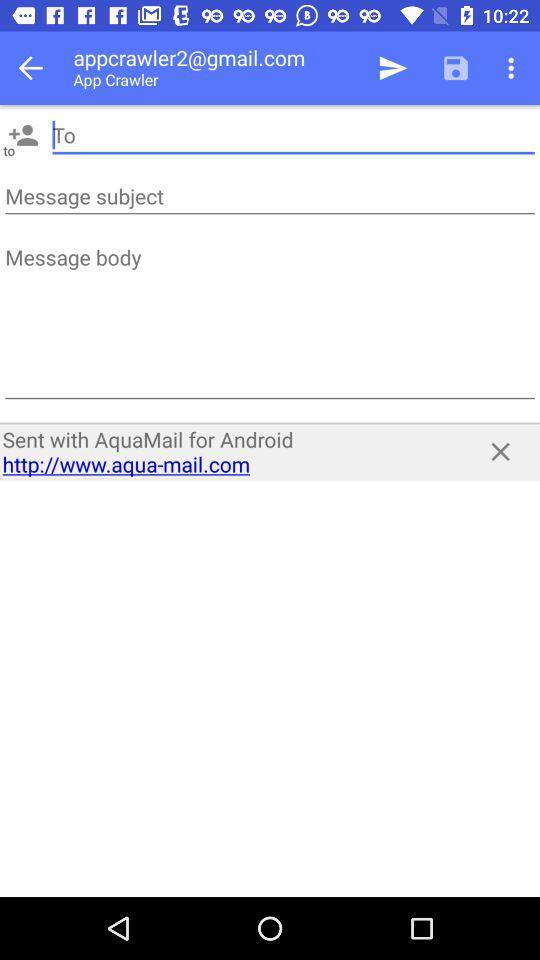 The height and width of the screenshot is (960, 540). Describe the element at coordinates (393, 68) in the screenshot. I see `icon next to the appcrawler2@gmail.com` at that location.